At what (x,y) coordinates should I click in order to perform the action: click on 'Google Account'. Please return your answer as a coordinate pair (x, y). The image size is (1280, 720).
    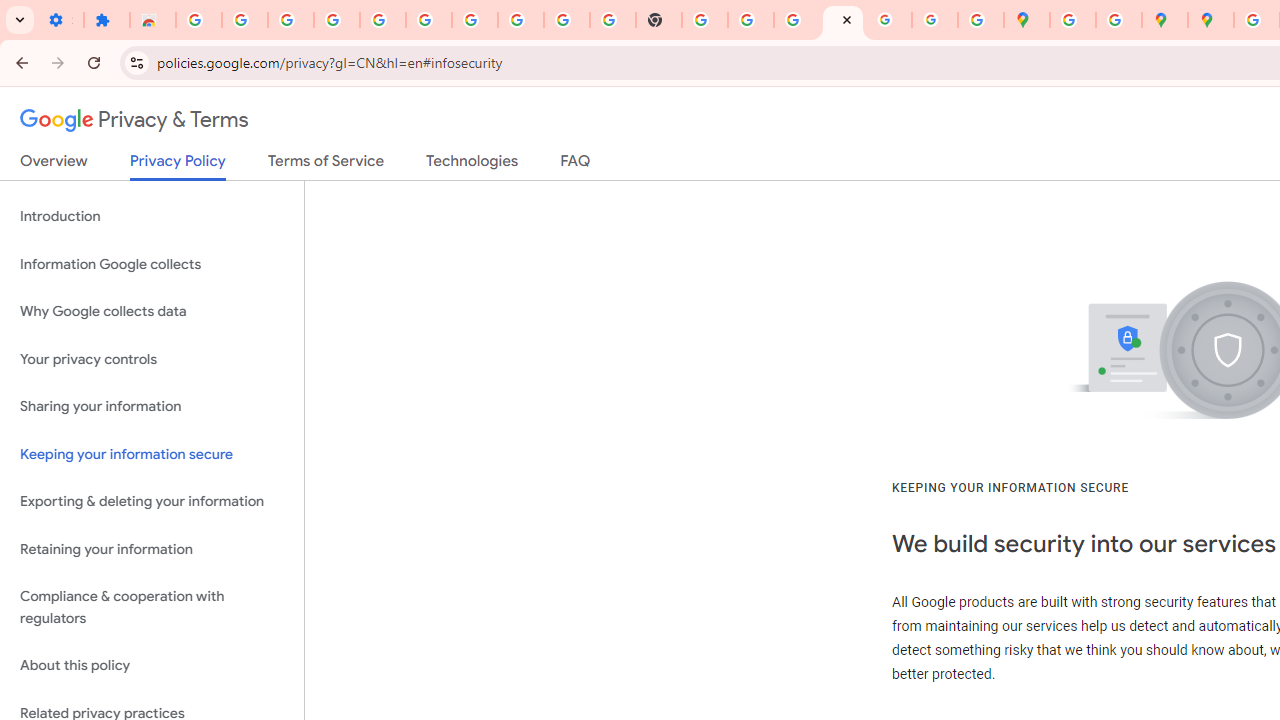
    Looking at the image, I should click on (520, 20).